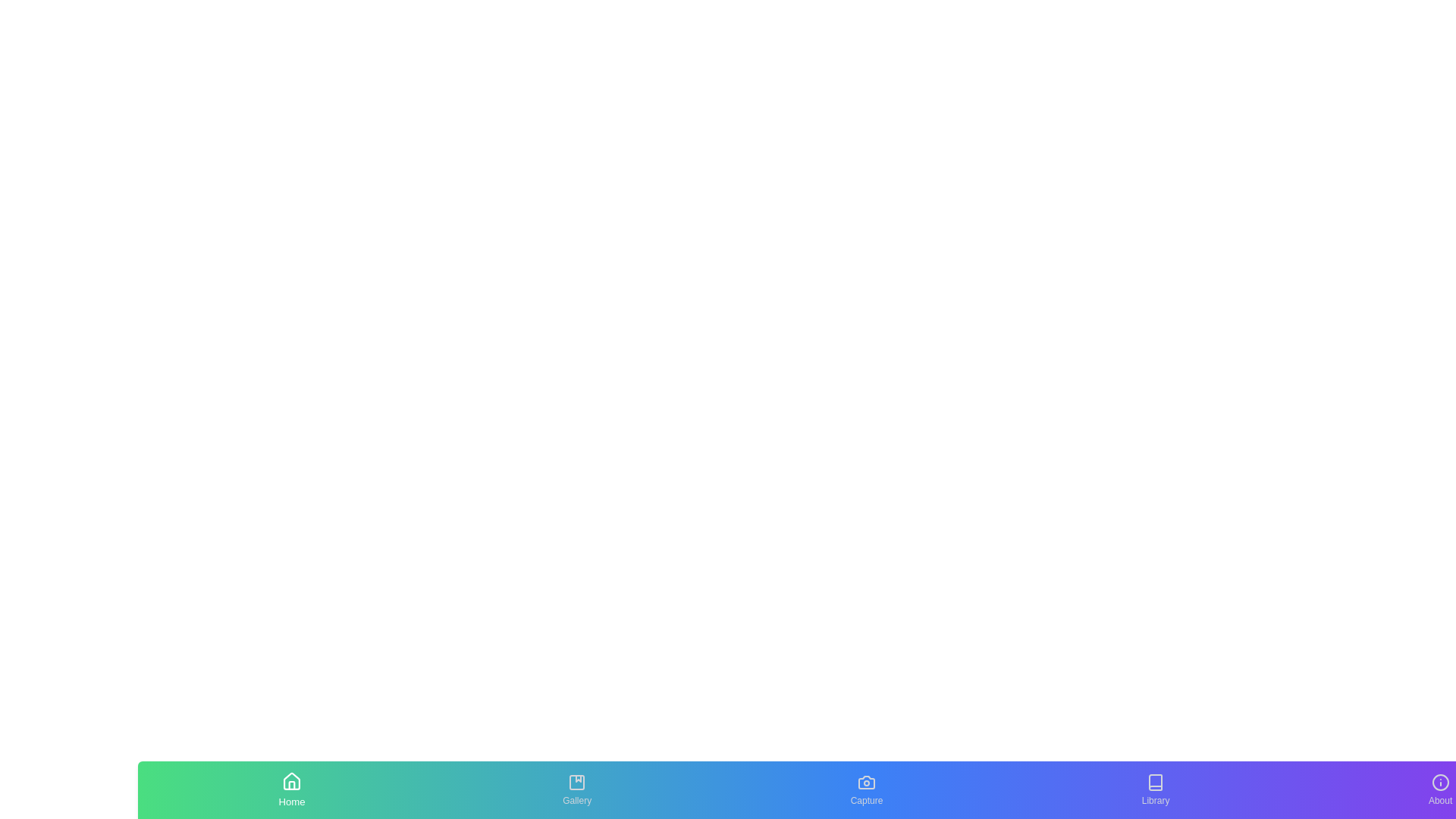 The width and height of the screenshot is (1456, 819). Describe the element at coordinates (866, 789) in the screenshot. I see `the Capture tab` at that location.